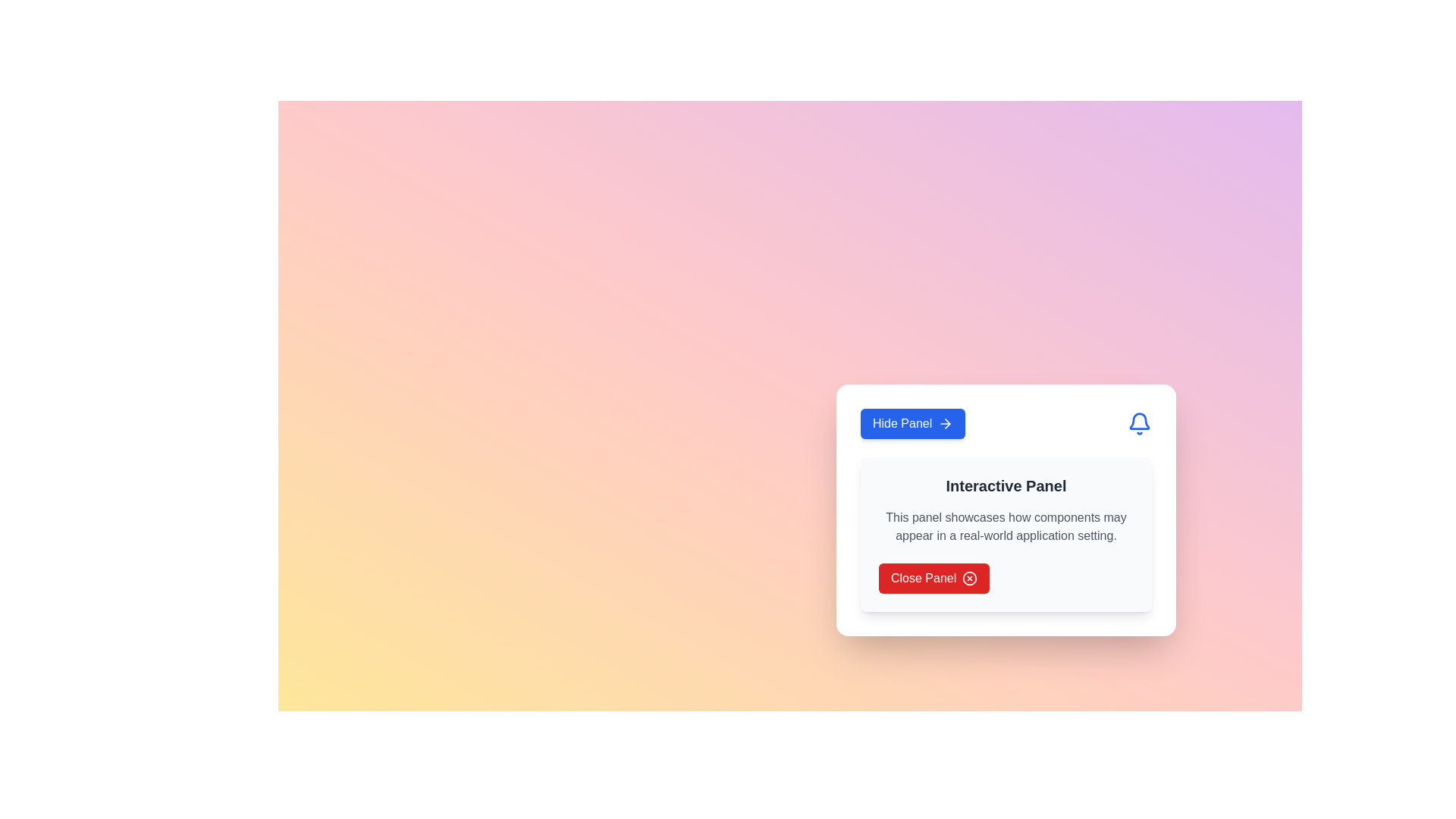 This screenshot has height=819, width=1456. Describe the element at coordinates (1139, 421) in the screenshot. I see `the complete bell icon which includes the lower half of the bell's shape at the top-right of the panel` at that location.